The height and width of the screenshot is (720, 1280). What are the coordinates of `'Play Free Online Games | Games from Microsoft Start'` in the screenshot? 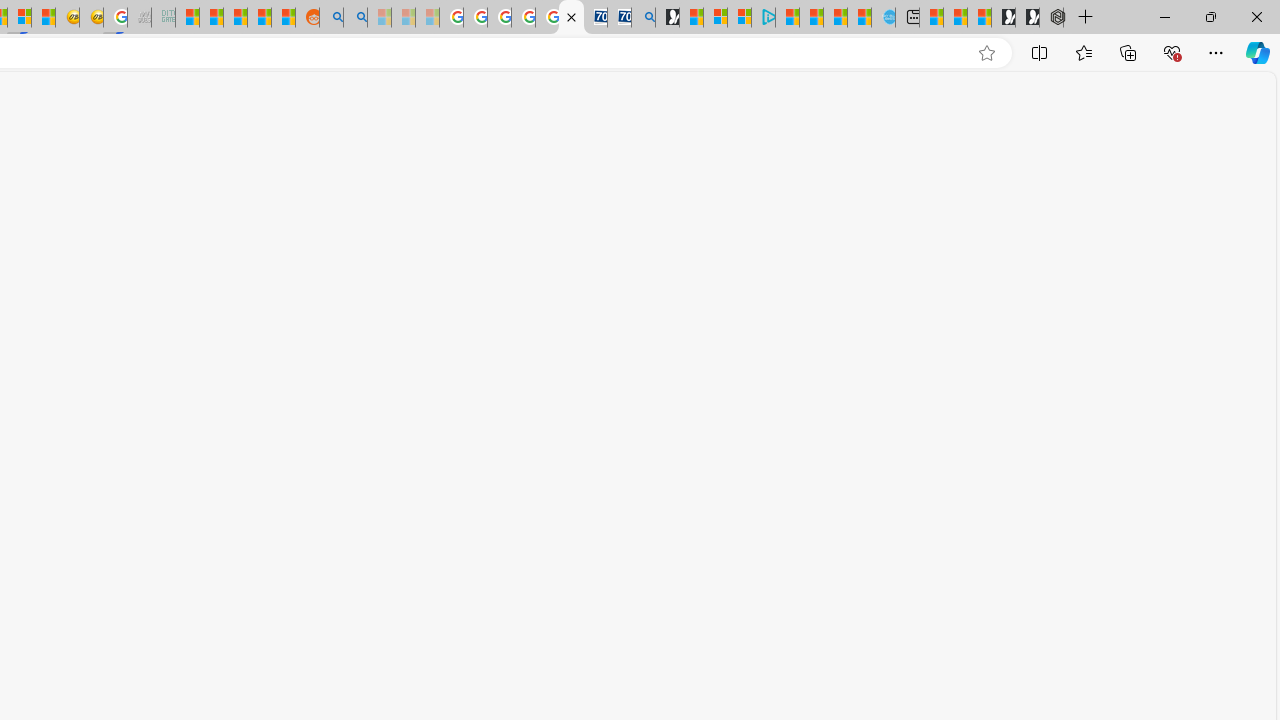 It's located at (1027, 17).